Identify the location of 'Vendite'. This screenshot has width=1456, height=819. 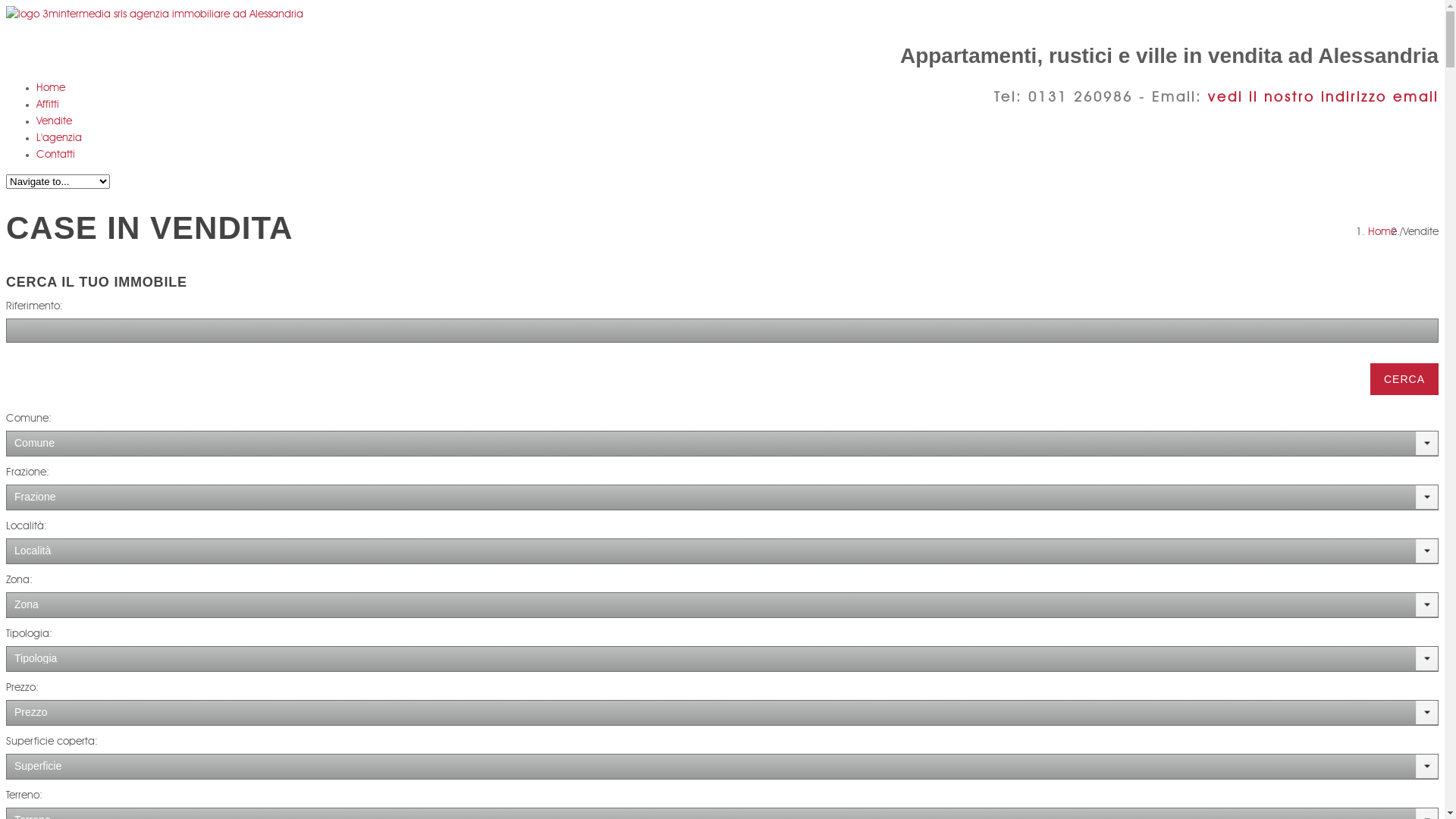
(54, 120).